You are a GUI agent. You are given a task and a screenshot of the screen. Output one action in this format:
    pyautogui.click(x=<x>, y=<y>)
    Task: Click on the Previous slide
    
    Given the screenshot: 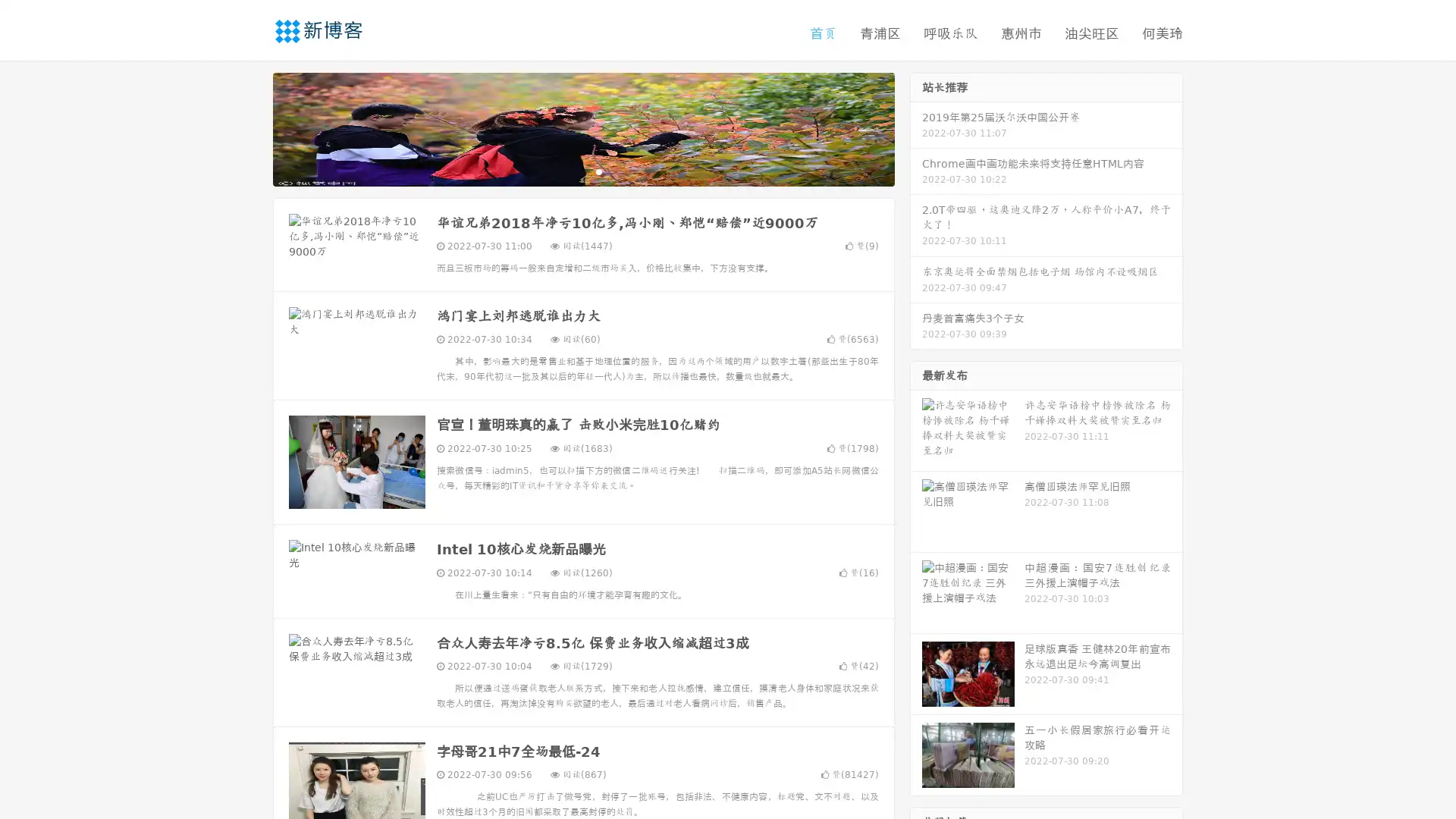 What is the action you would take?
    pyautogui.click(x=250, y=127)
    